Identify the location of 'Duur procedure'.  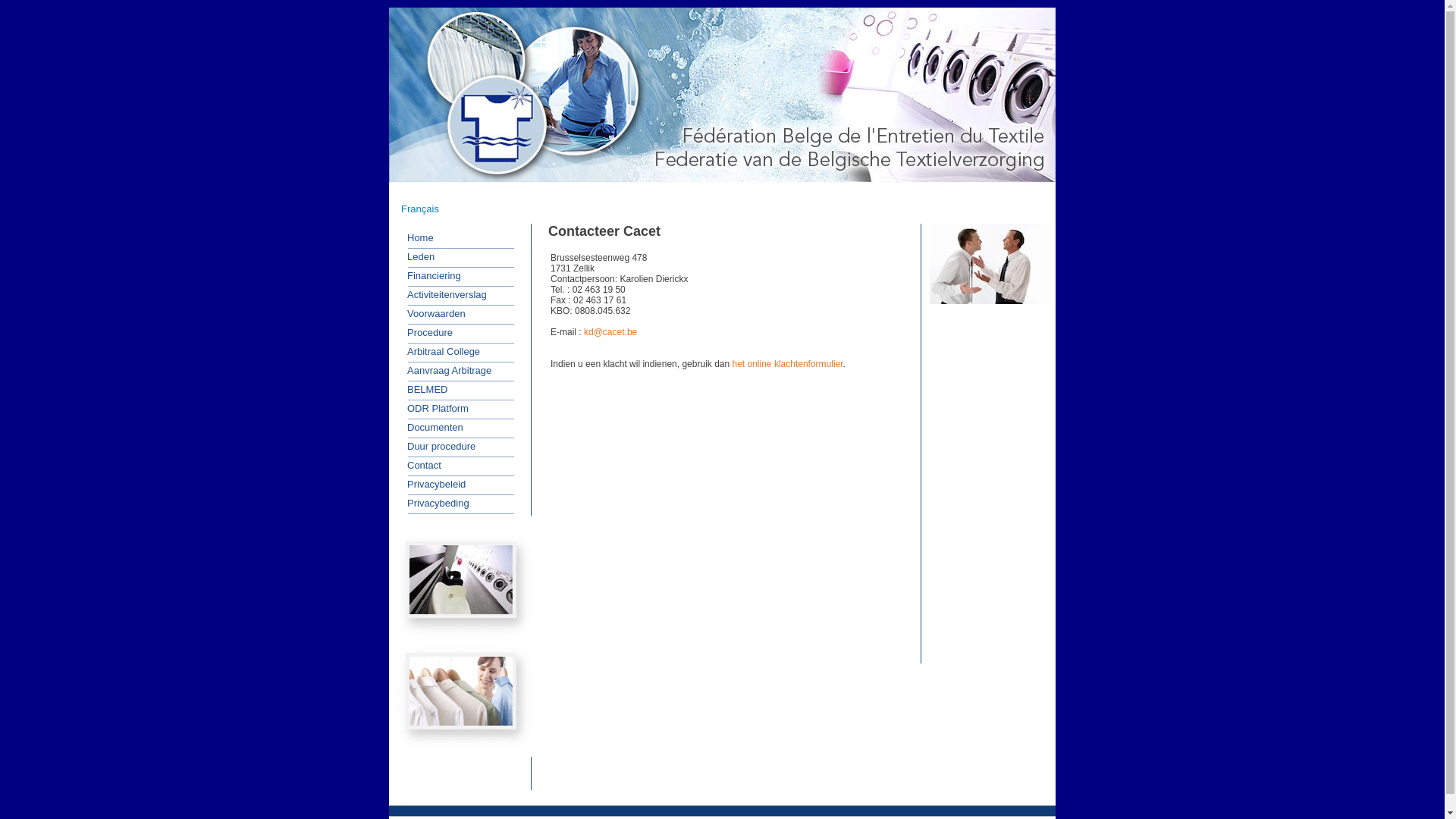
(397, 446).